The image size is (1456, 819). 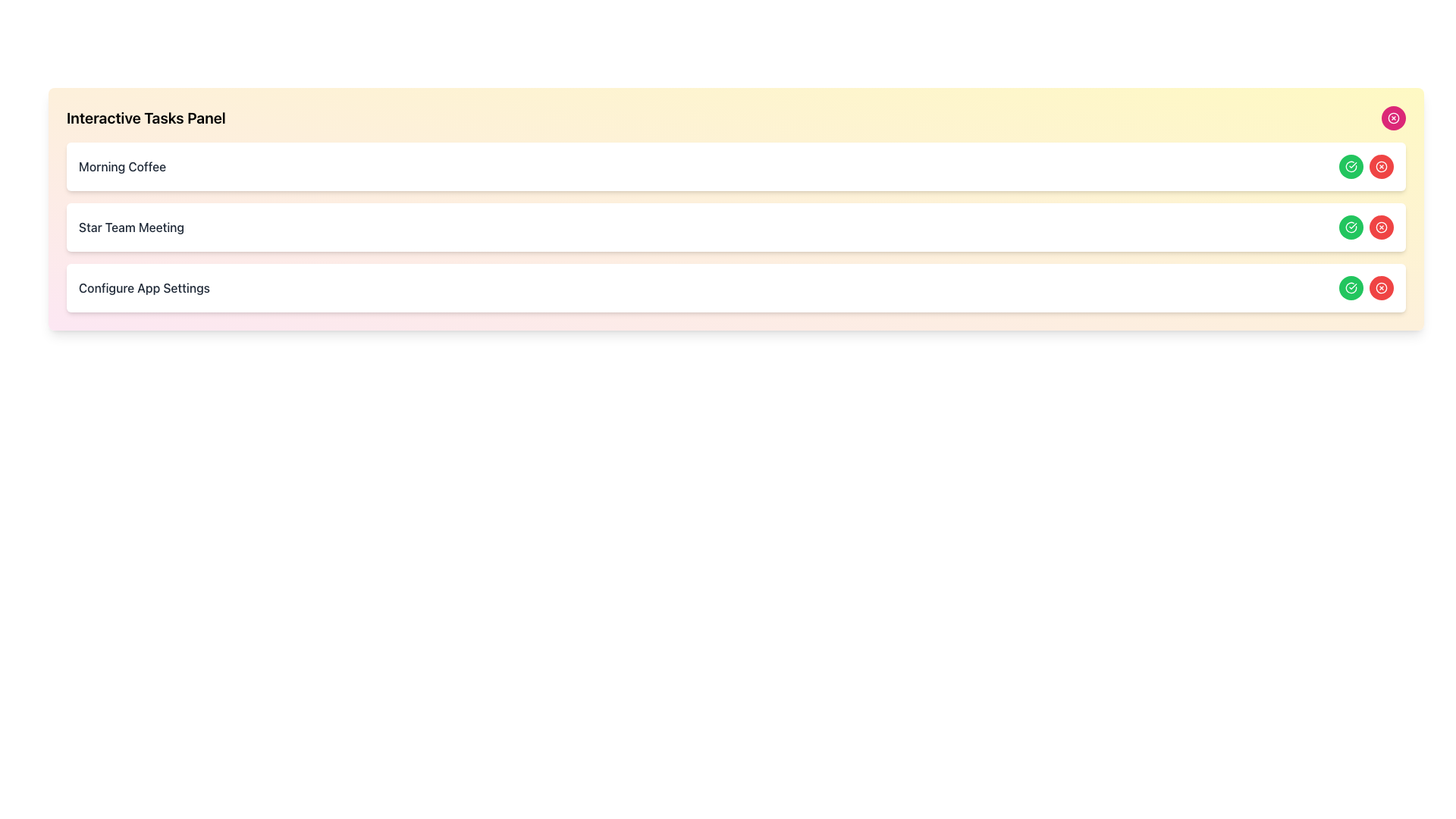 What do you see at coordinates (1382, 288) in the screenshot?
I see `the circular SVG element located at the top-right corner of the panel, which has a thin border and is part of a decorative icon` at bounding box center [1382, 288].